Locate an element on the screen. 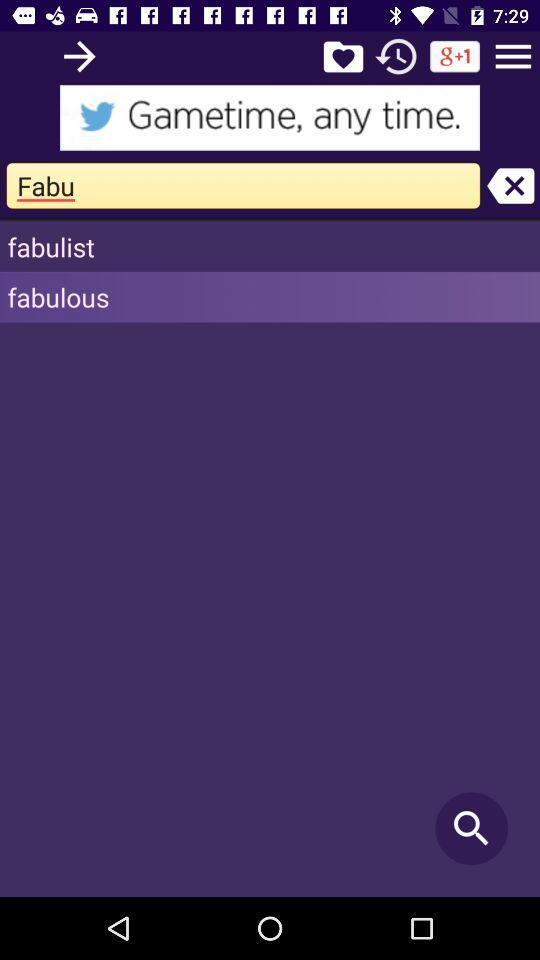 The width and height of the screenshot is (540, 960). favorites is located at coordinates (342, 55).